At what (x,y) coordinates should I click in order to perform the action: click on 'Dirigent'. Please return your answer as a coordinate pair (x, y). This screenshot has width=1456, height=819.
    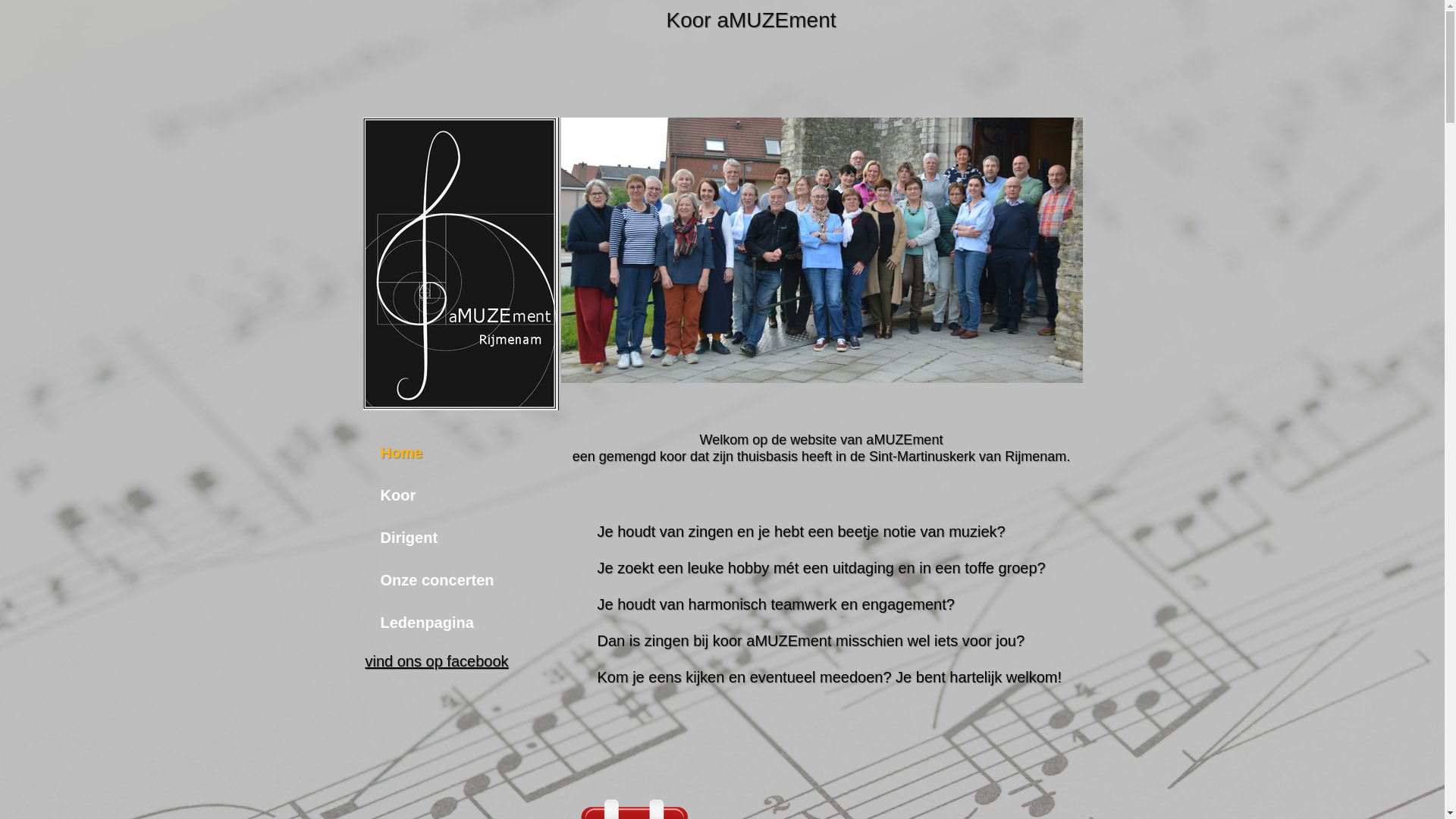
    Looking at the image, I should click on (436, 537).